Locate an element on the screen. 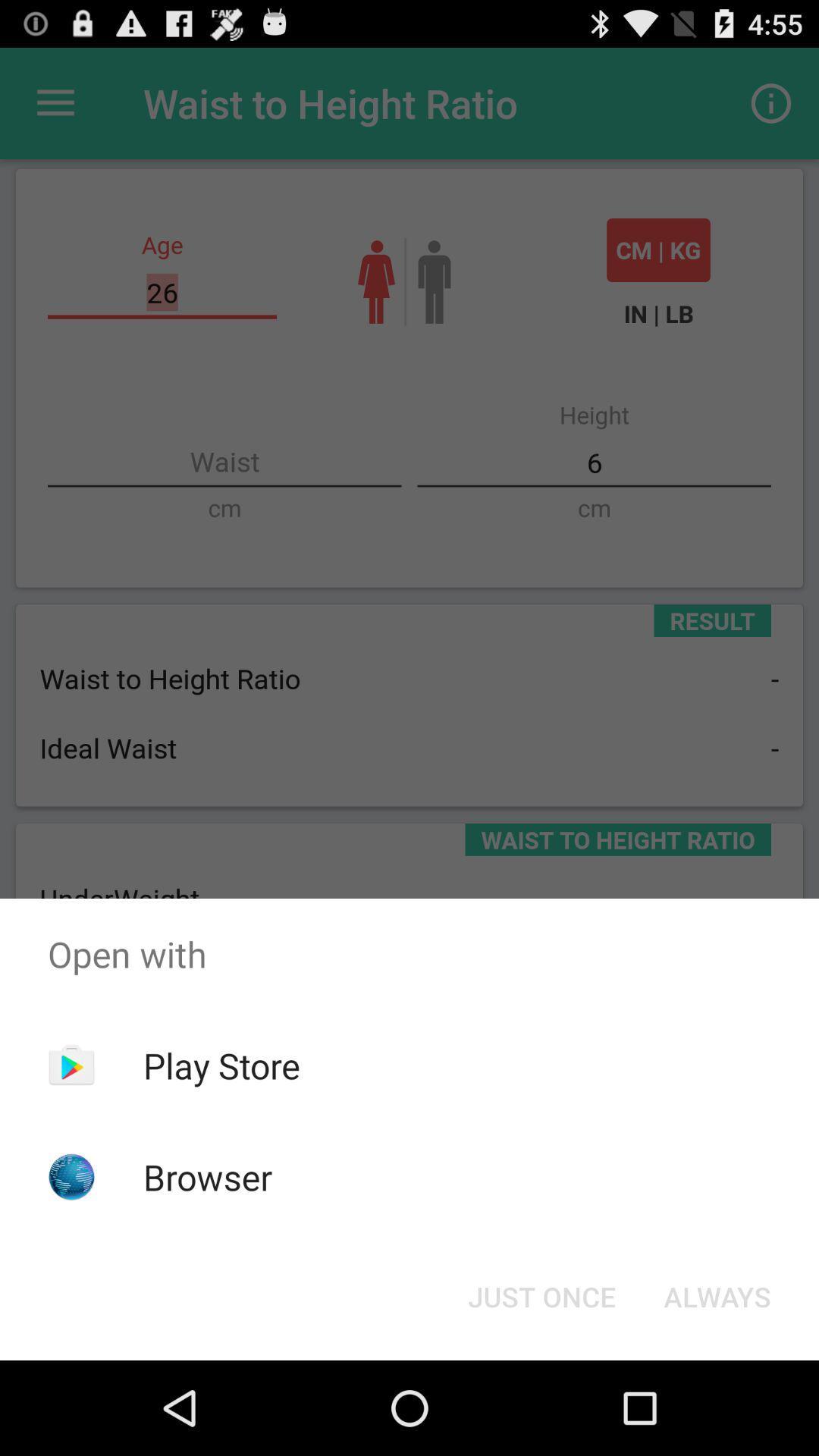 This screenshot has height=1456, width=819. button at the bottom is located at coordinates (541, 1295).